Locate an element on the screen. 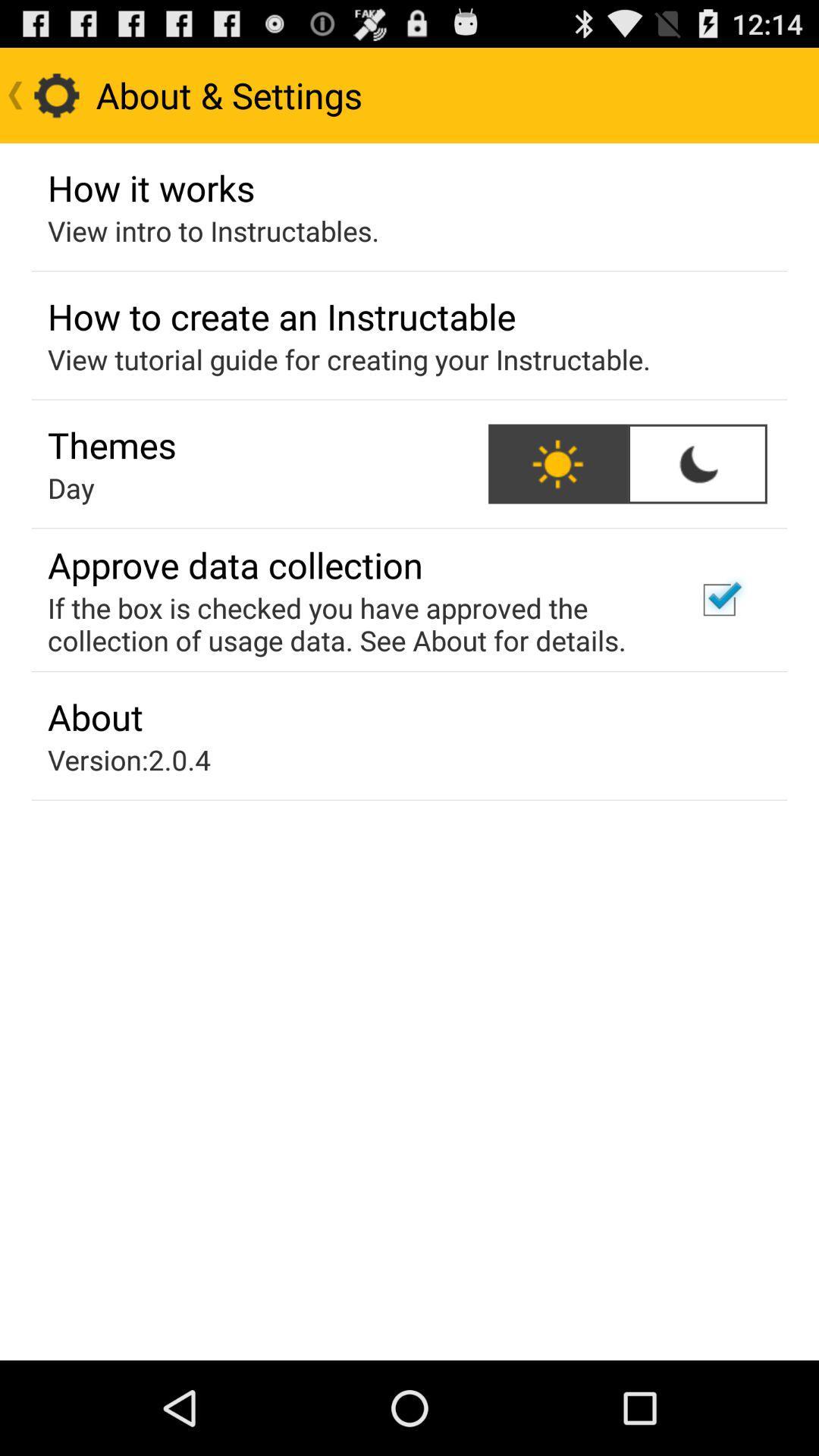 This screenshot has width=819, height=1456. item above themes icon is located at coordinates (349, 359).